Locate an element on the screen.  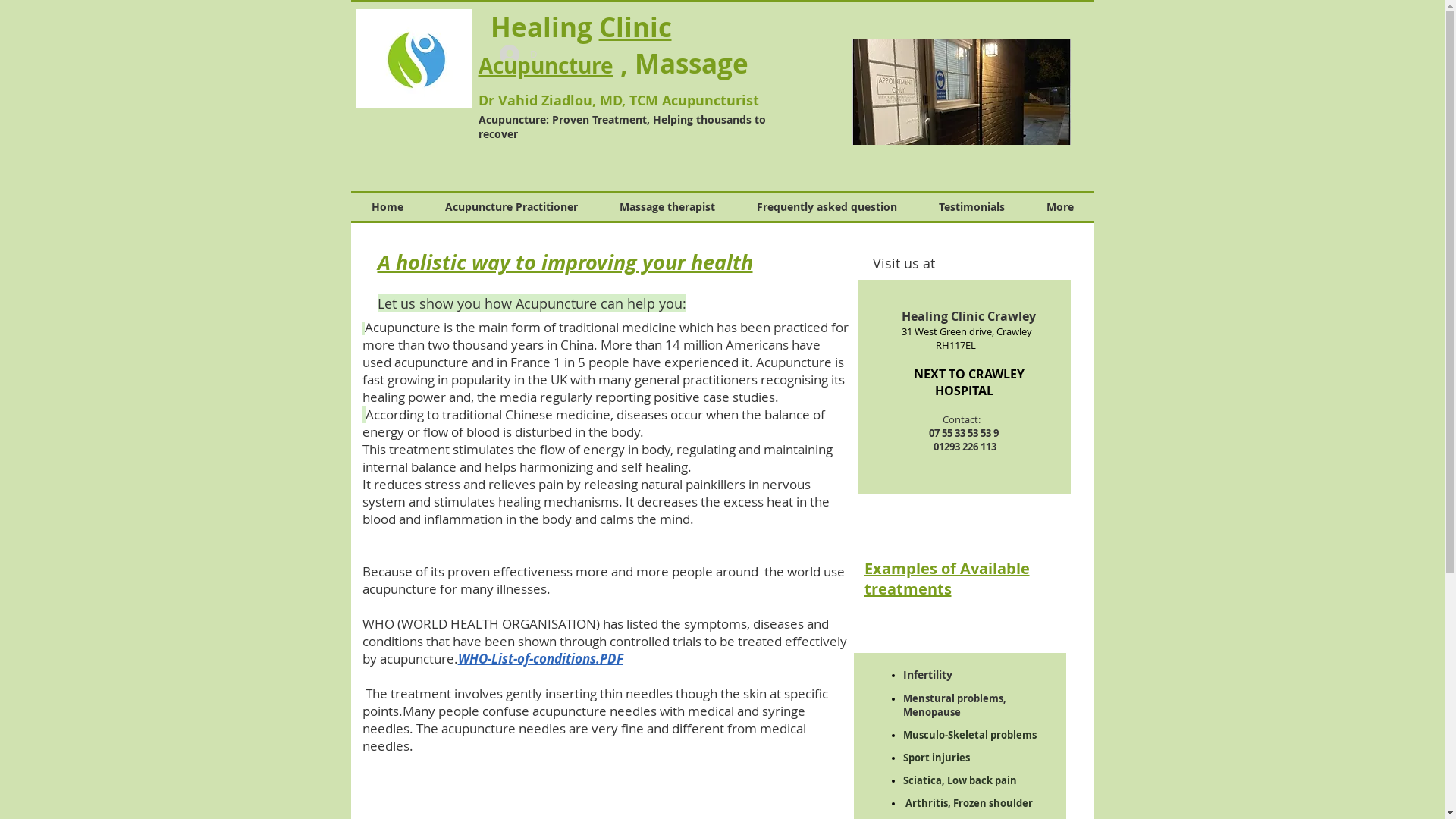
'  Healing ' is located at coordinates (538, 28).